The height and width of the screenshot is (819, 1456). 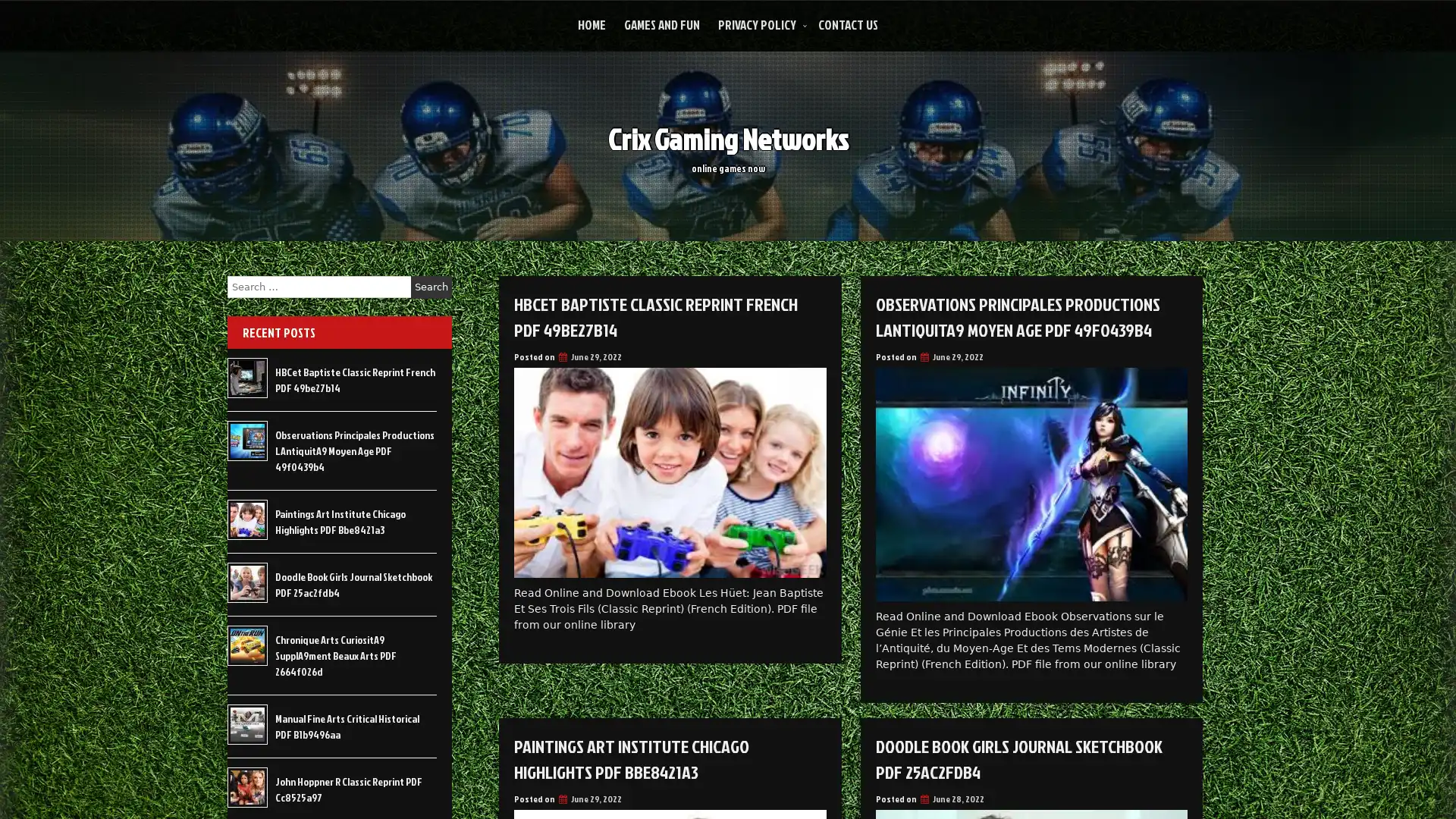 What do you see at coordinates (431, 287) in the screenshot?
I see `Search` at bounding box center [431, 287].